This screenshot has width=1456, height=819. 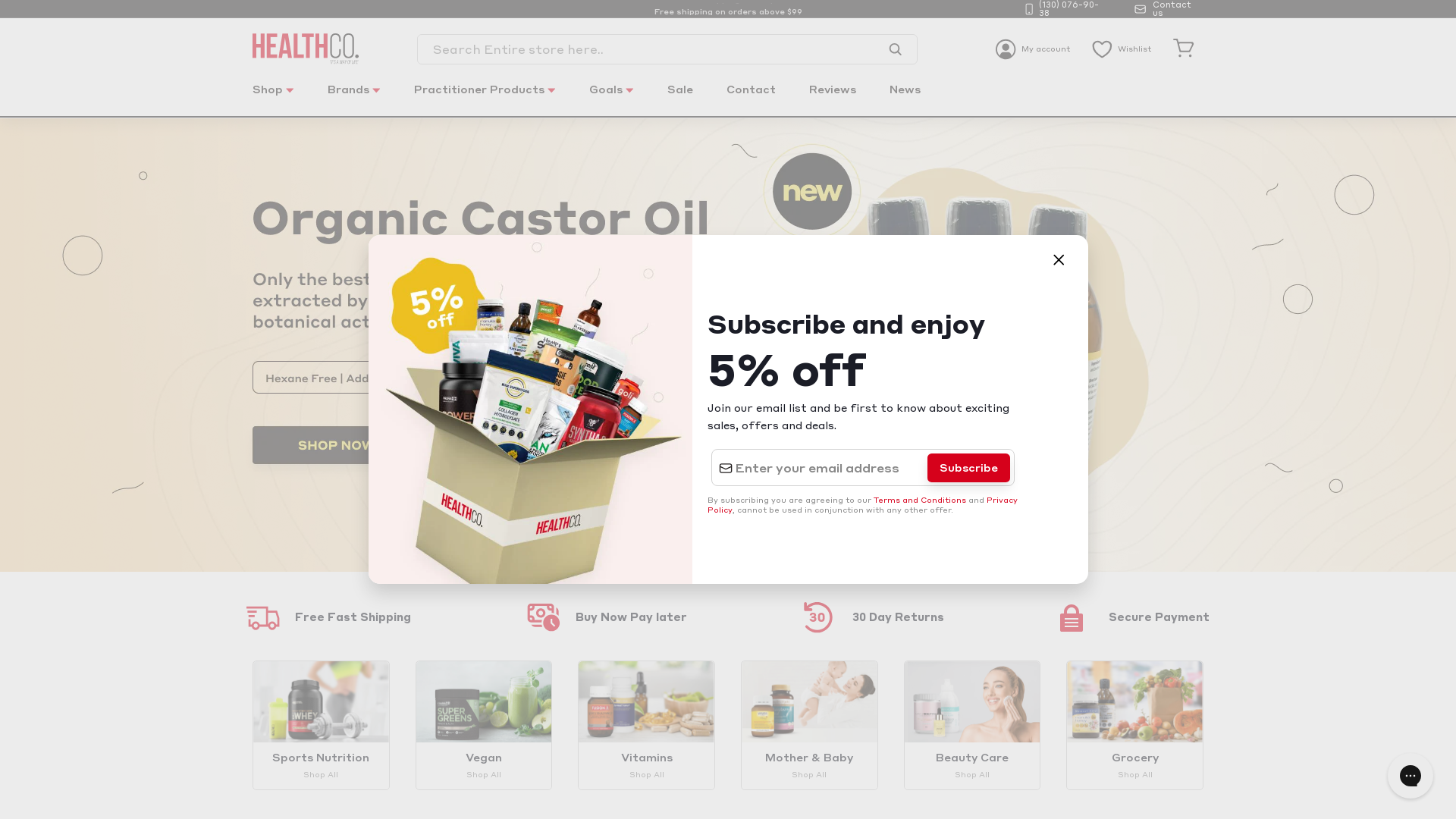 I want to click on 'News', so click(x=905, y=98).